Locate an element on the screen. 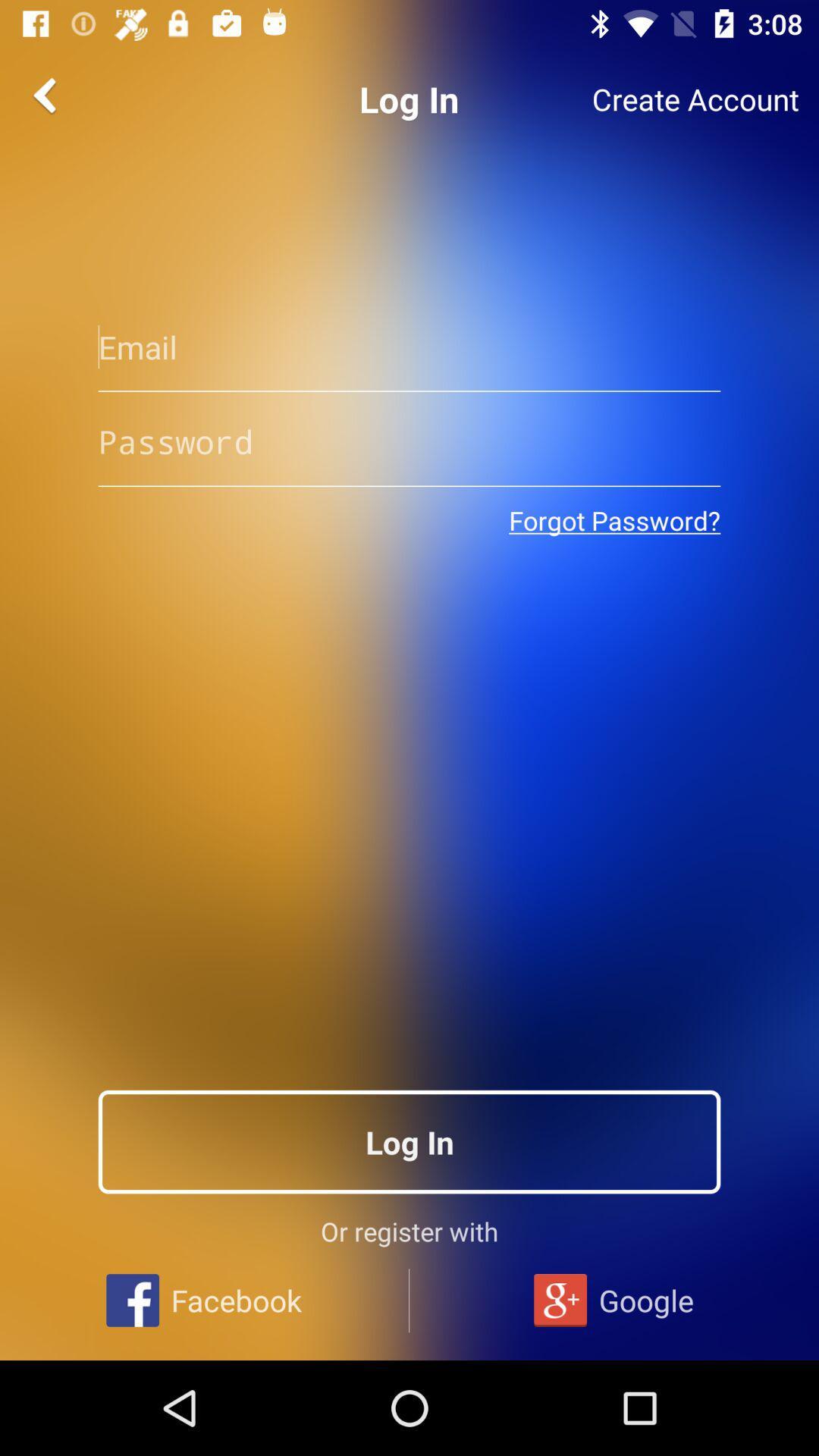  your password here is located at coordinates (409, 441).